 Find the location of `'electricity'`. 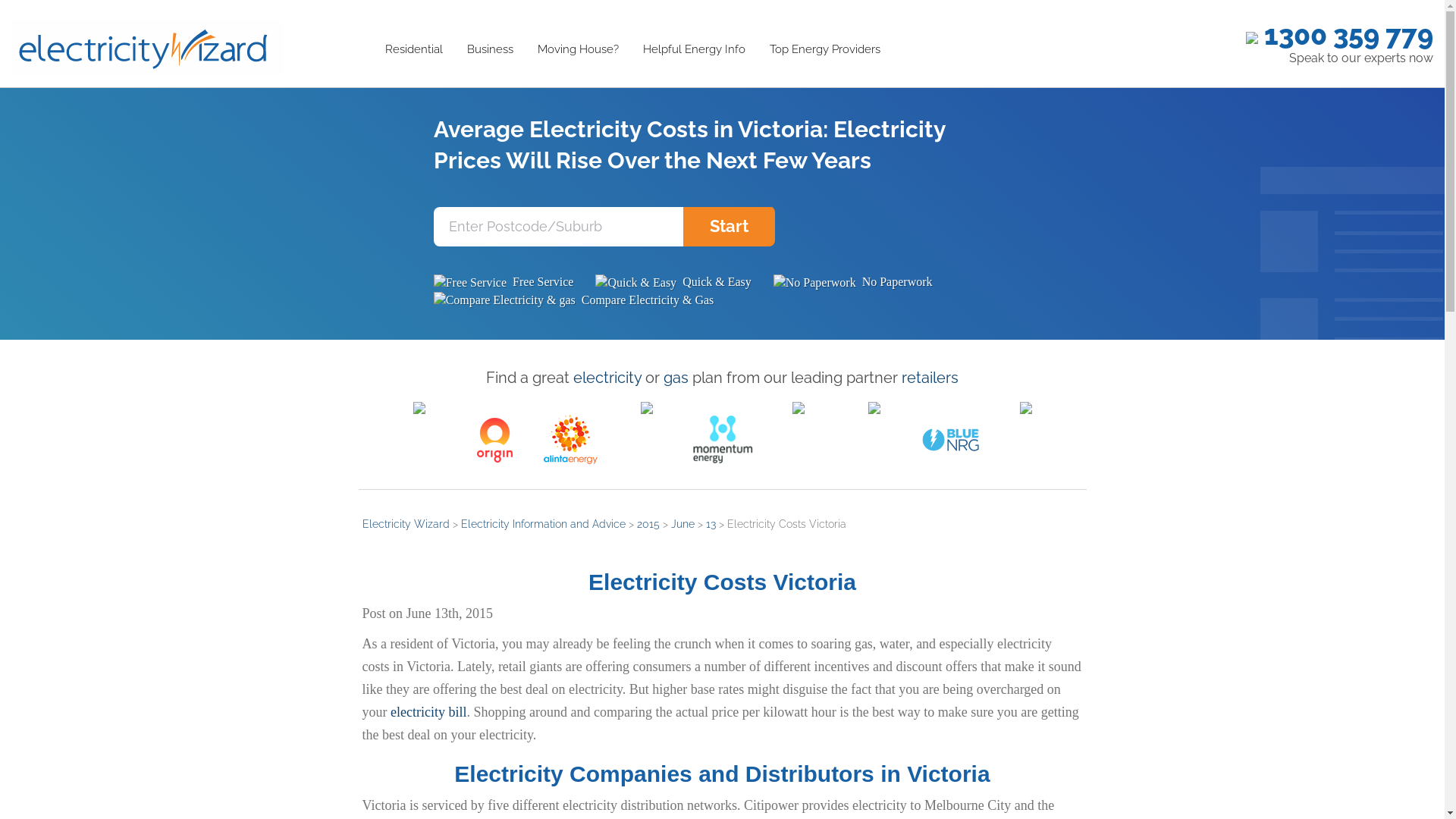

'electricity' is located at coordinates (572, 376).